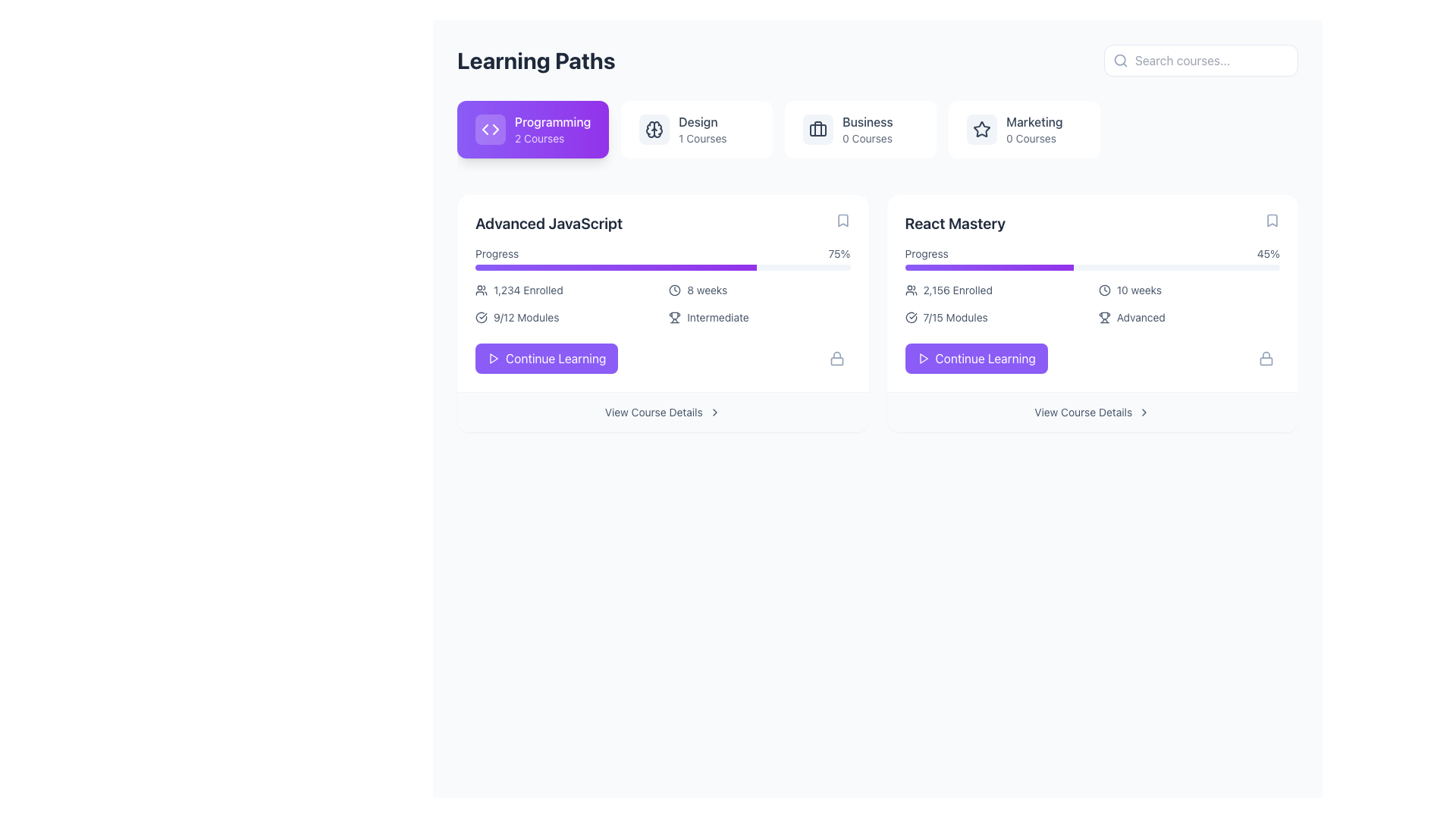 This screenshot has width=1456, height=819. What do you see at coordinates (1092, 257) in the screenshot?
I see `progress percentage from the progress bar labeled 'Progress' which shows '45%' on the right side, located within the 'React Mastery' course card` at bounding box center [1092, 257].